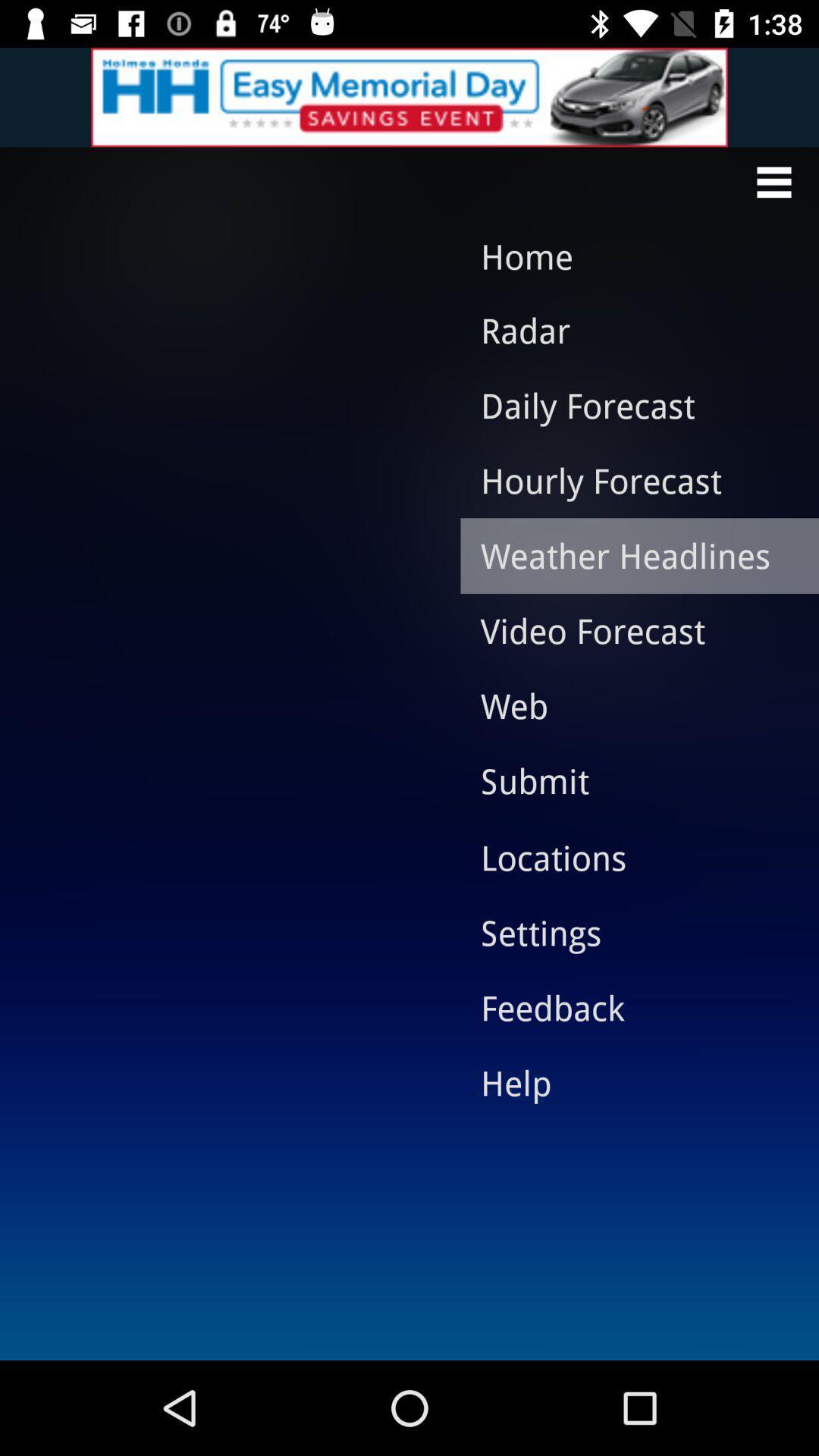  Describe the element at coordinates (409, 96) in the screenshot. I see `advertisement` at that location.